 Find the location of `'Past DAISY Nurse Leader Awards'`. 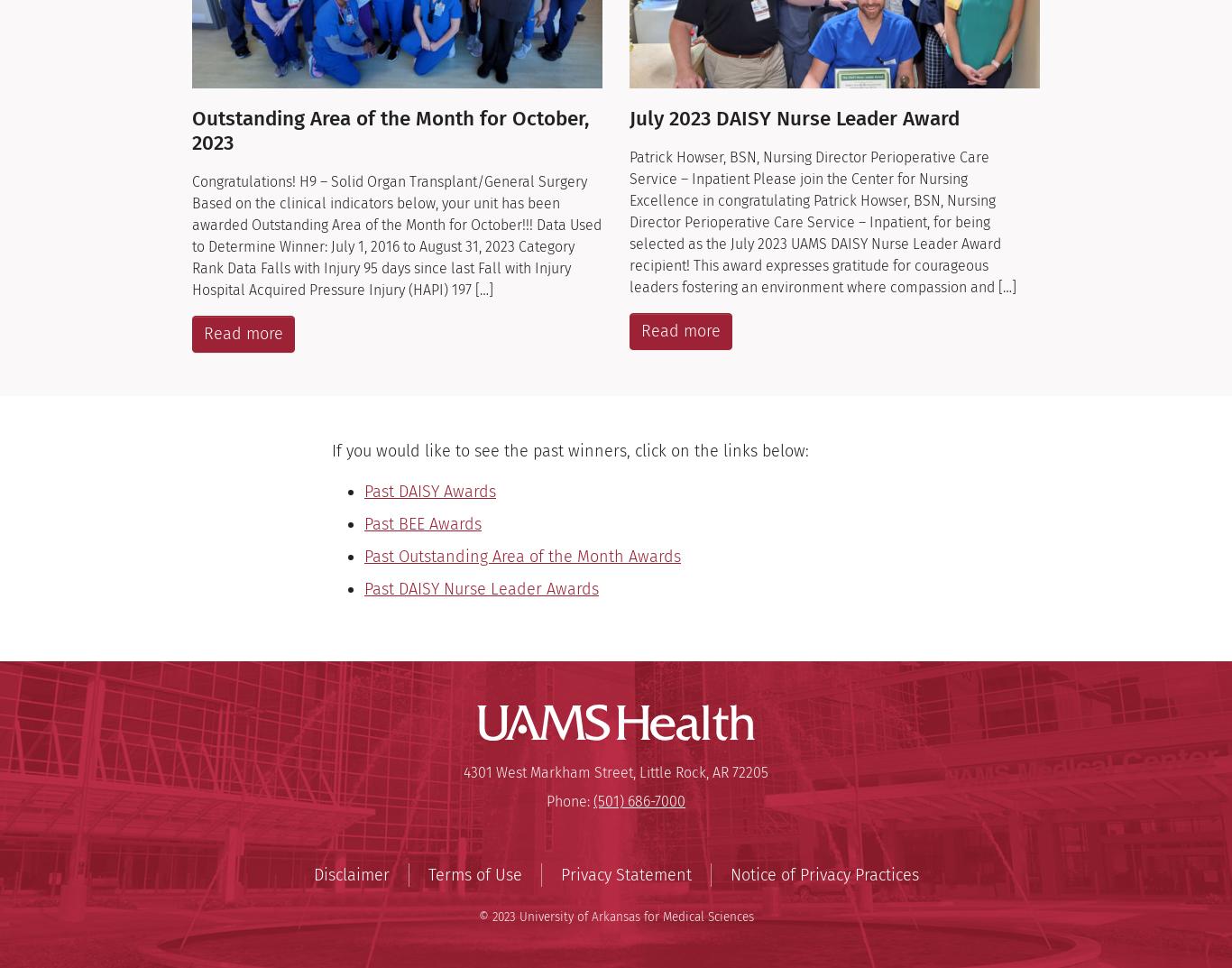

'Past DAISY Nurse Leader Awards' is located at coordinates (481, 588).